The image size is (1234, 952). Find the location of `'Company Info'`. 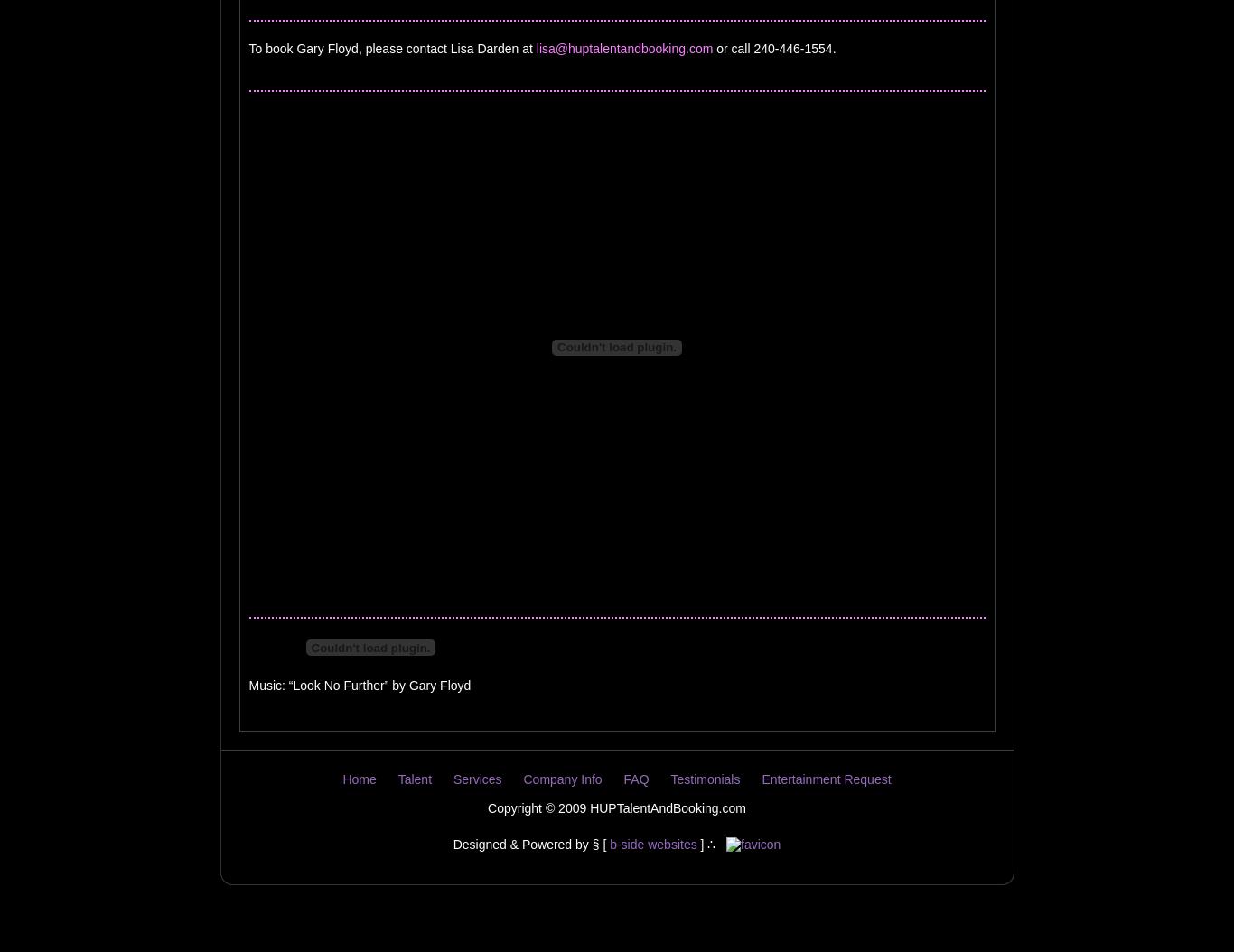

'Company Info' is located at coordinates (522, 779).